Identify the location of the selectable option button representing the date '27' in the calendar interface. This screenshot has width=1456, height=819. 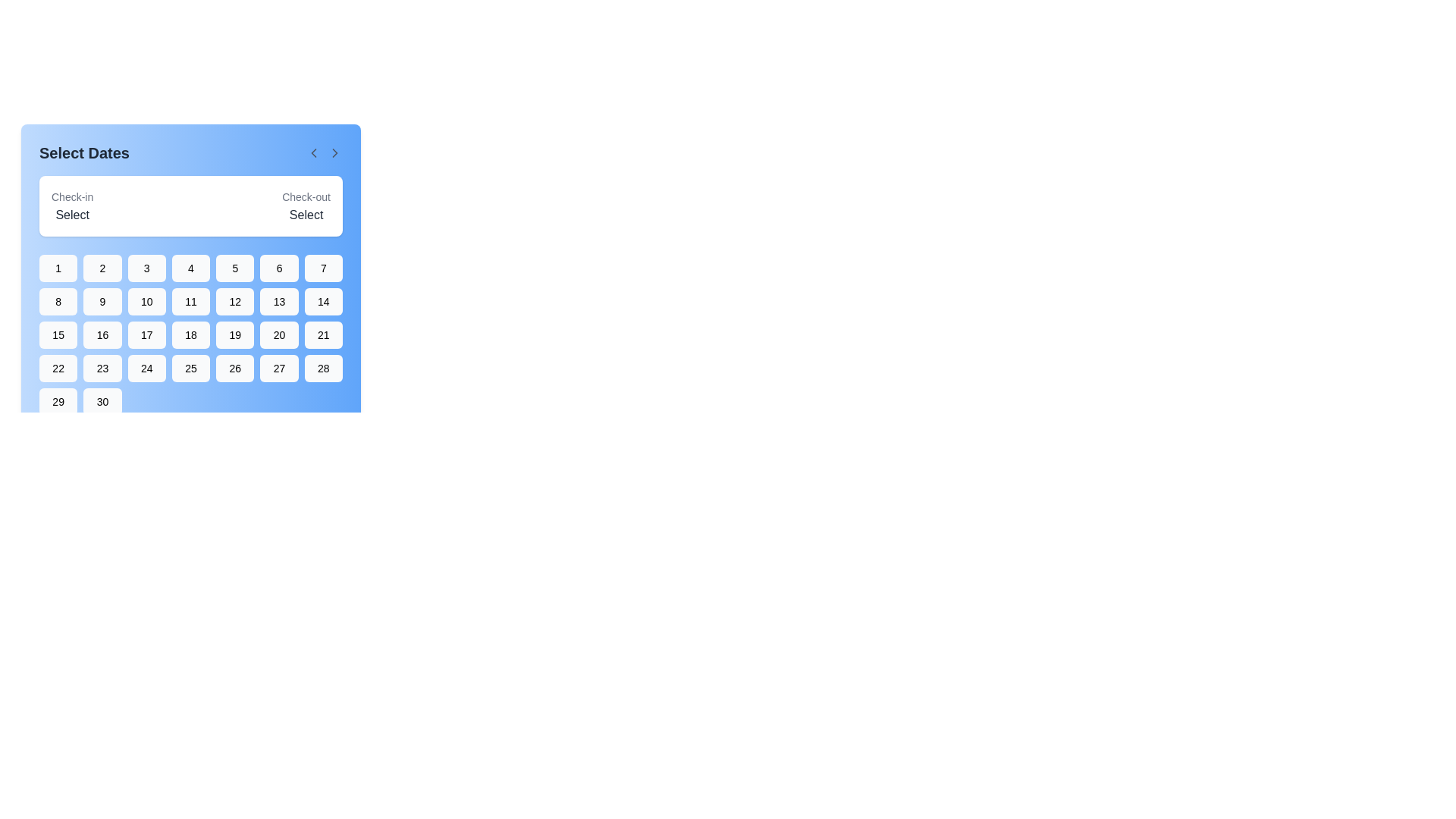
(279, 369).